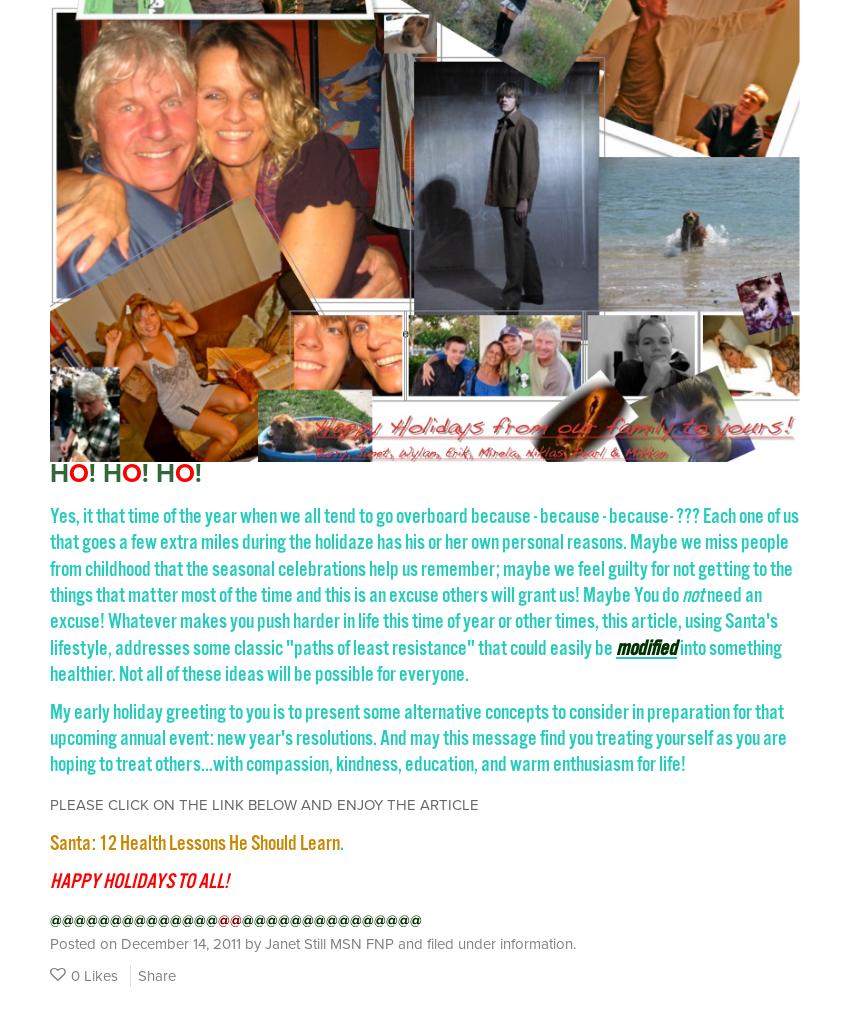 The height and width of the screenshot is (1032, 850). What do you see at coordinates (415, 660) in the screenshot?
I see `'into something healthier. Not all of these ideas will be possible for everyone.'` at bounding box center [415, 660].